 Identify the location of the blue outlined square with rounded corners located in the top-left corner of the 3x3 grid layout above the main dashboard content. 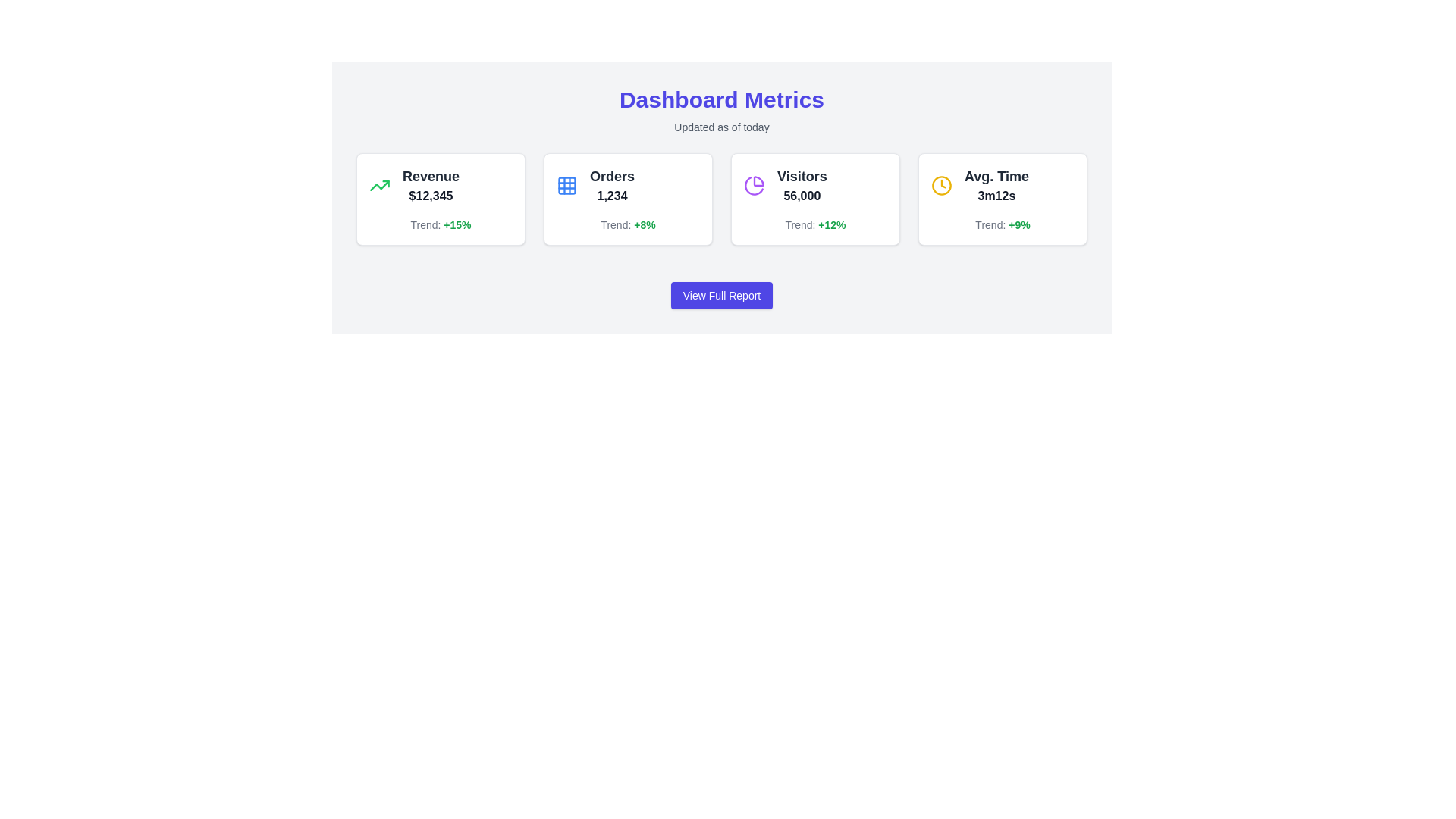
(566, 185).